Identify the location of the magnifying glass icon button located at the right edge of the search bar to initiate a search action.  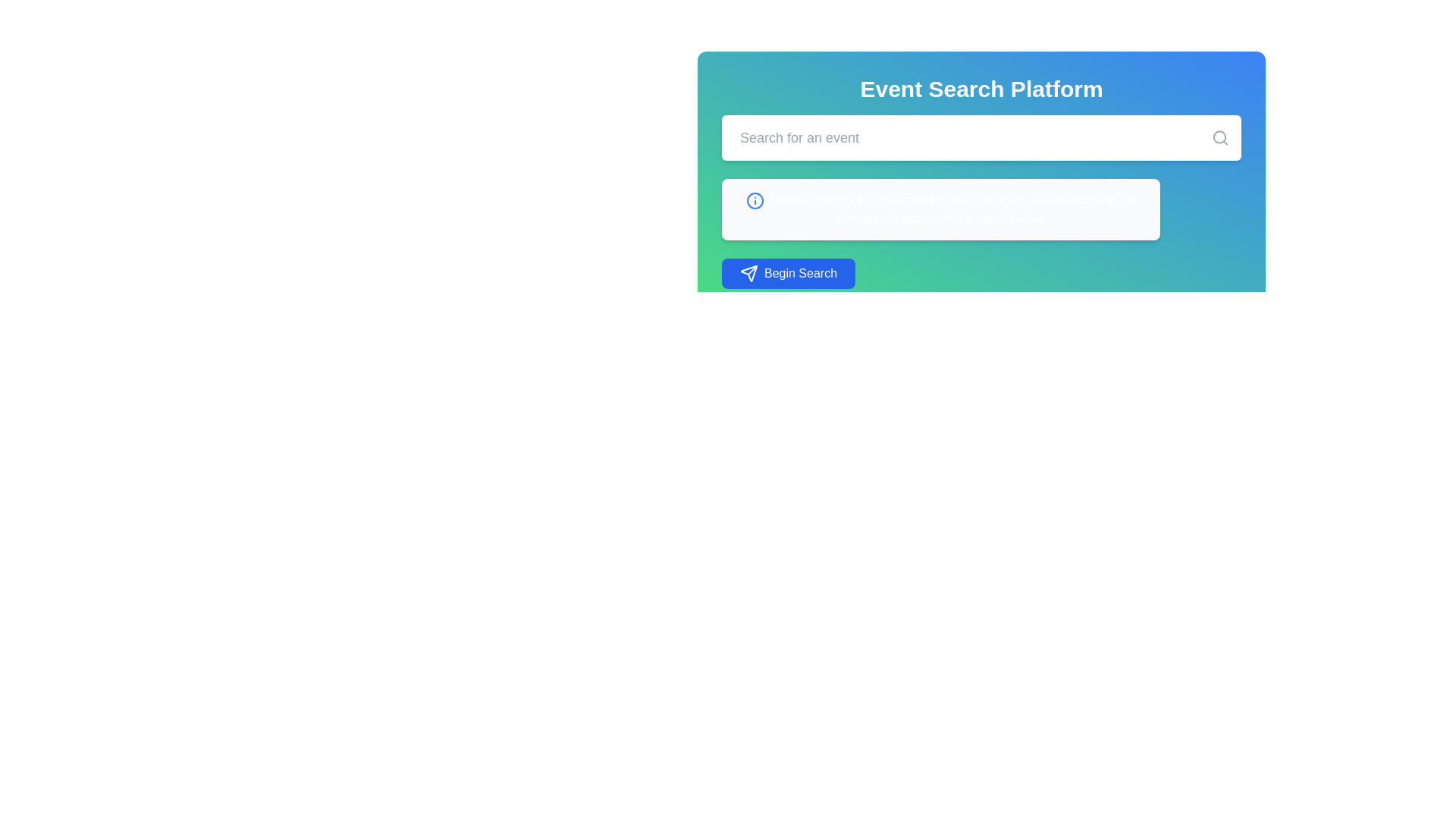
(1220, 137).